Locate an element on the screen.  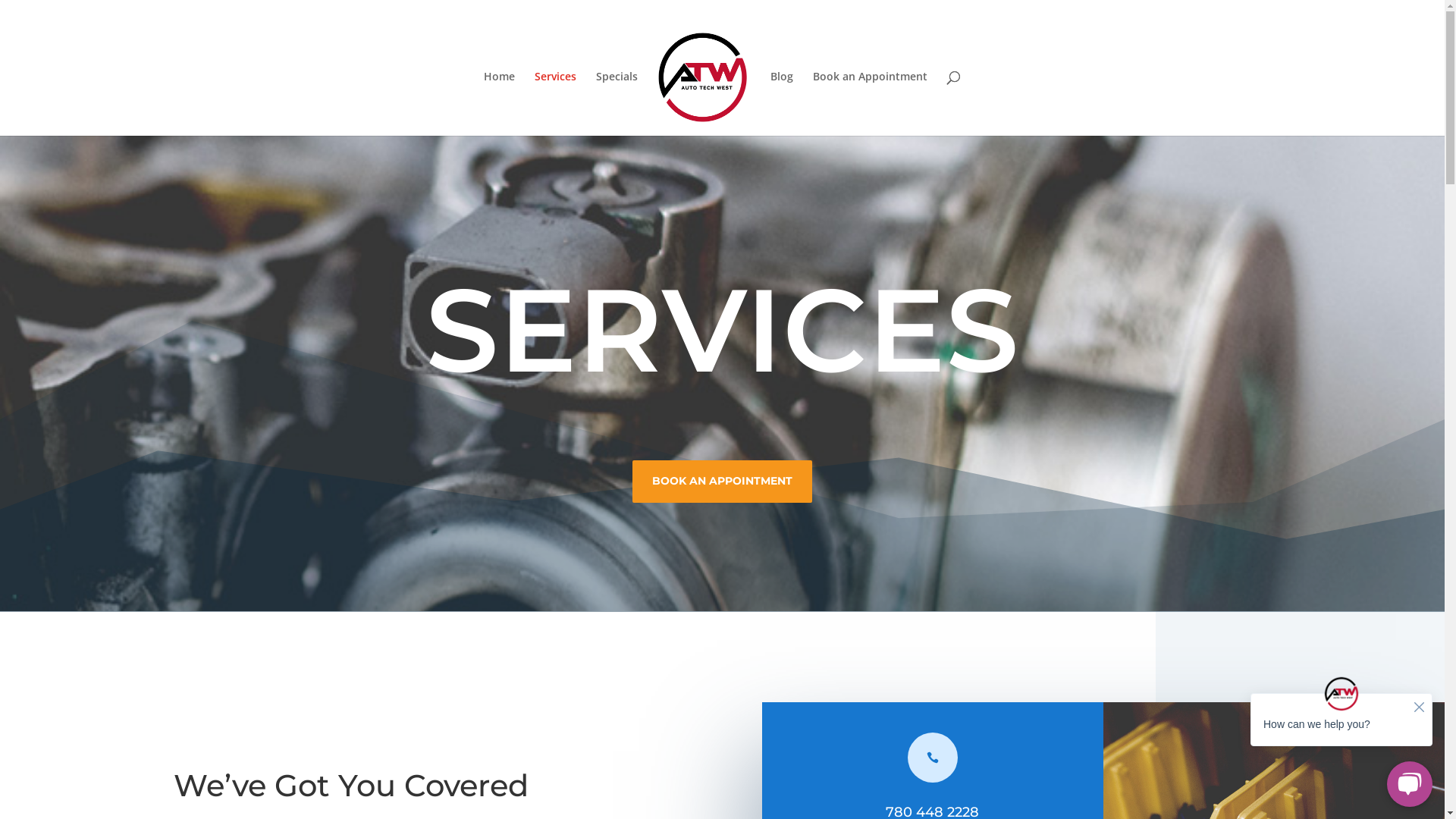
'Specials' is located at coordinates (617, 102).